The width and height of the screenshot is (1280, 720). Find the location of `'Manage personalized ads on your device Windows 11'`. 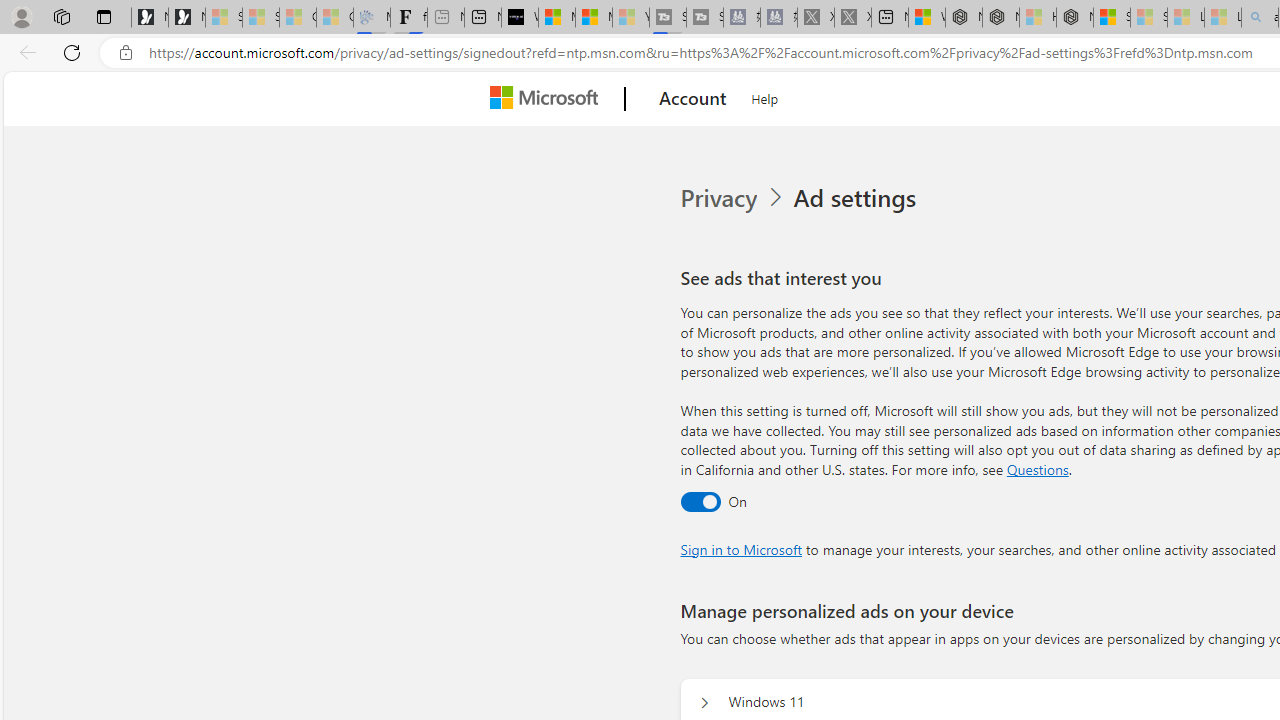

'Manage personalized ads on your device Windows 11' is located at coordinates (704, 702).